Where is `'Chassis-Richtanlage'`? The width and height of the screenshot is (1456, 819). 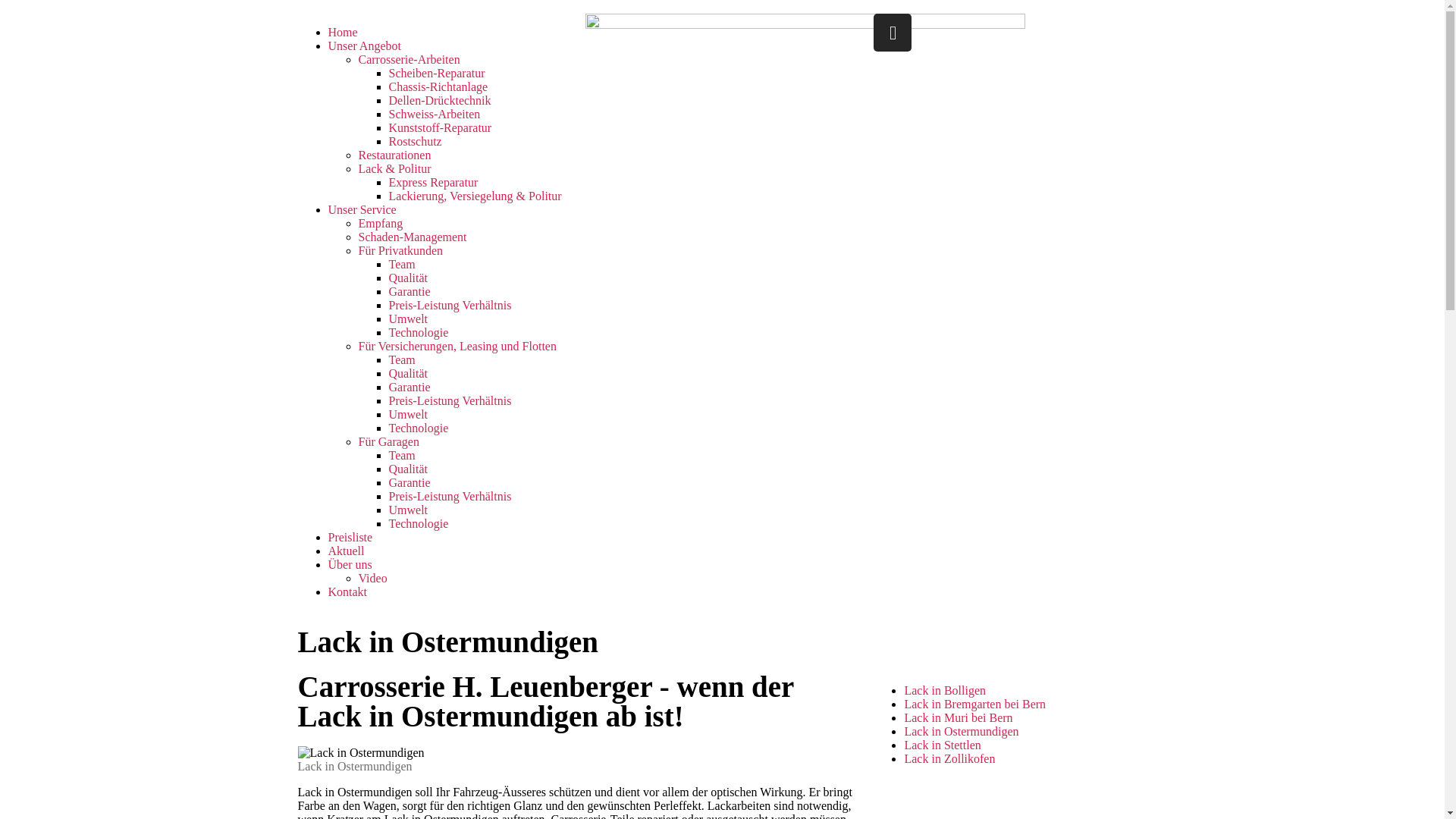 'Chassis-Richtanlage' is located at coordinates (437, 86).